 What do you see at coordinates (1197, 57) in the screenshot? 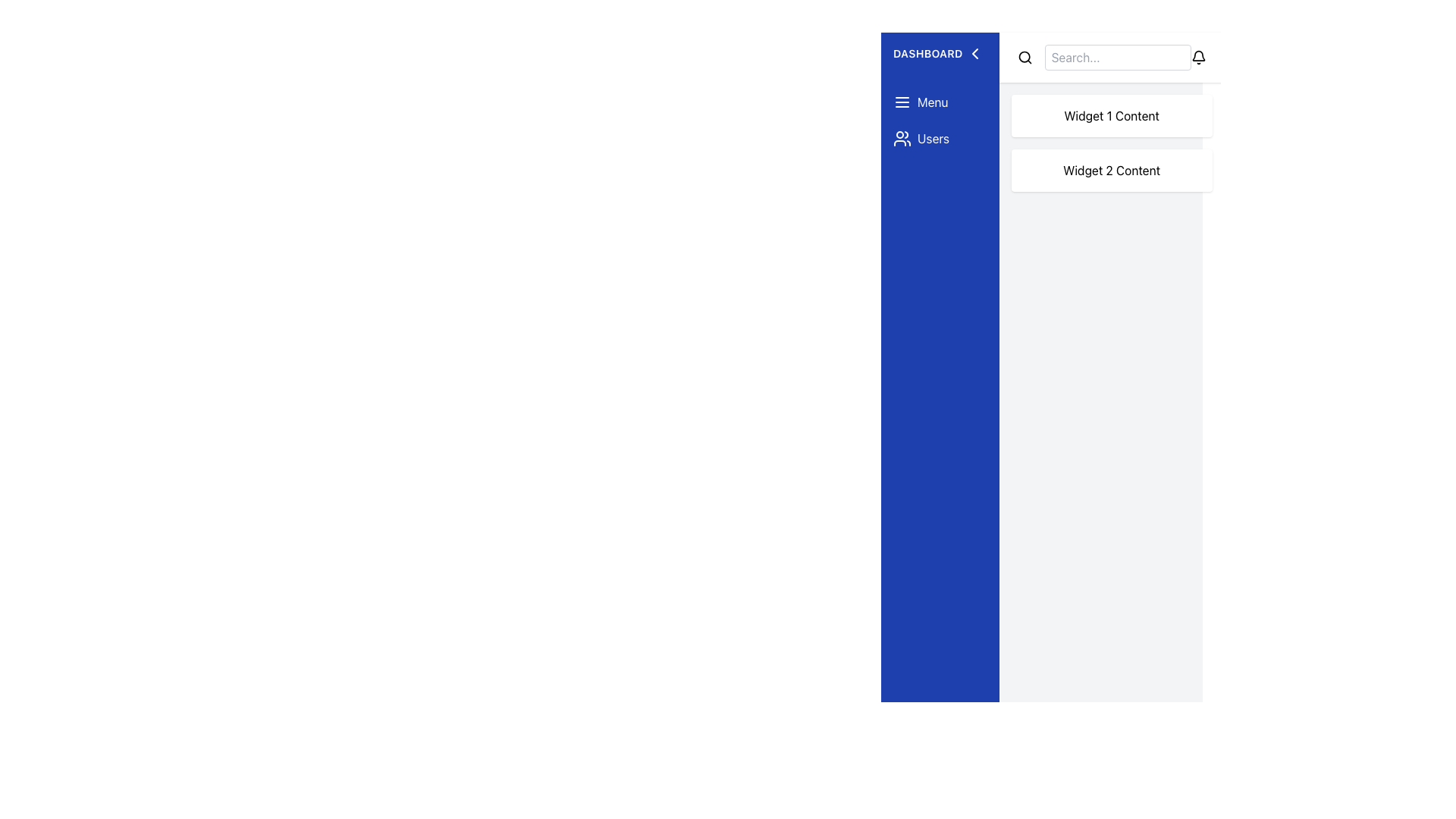
I see `the bell icon located at the top right of the interface` at bounding box center [1197, 57].